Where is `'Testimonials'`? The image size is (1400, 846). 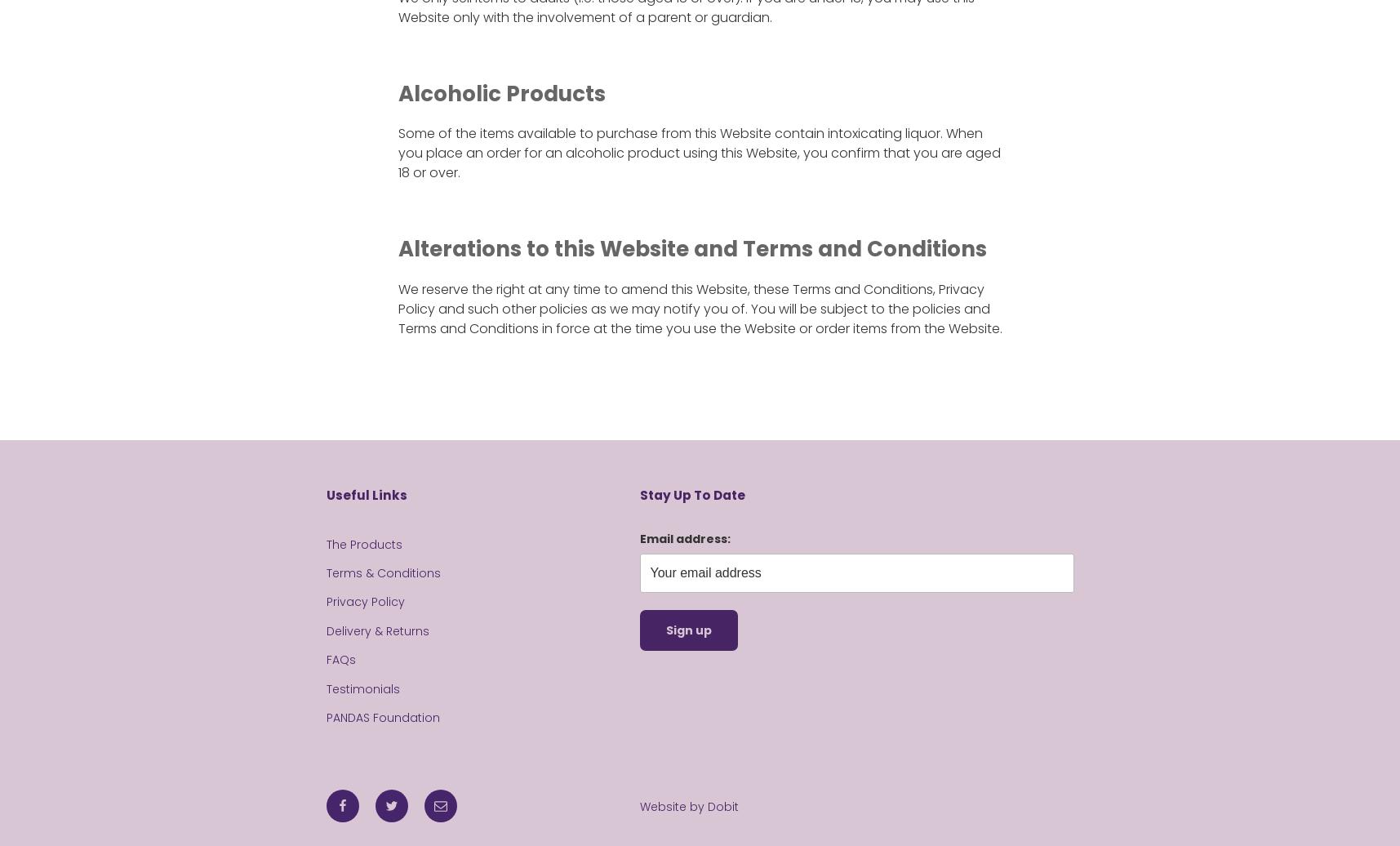
'Testimonials' is located at coordinates (362, 688).